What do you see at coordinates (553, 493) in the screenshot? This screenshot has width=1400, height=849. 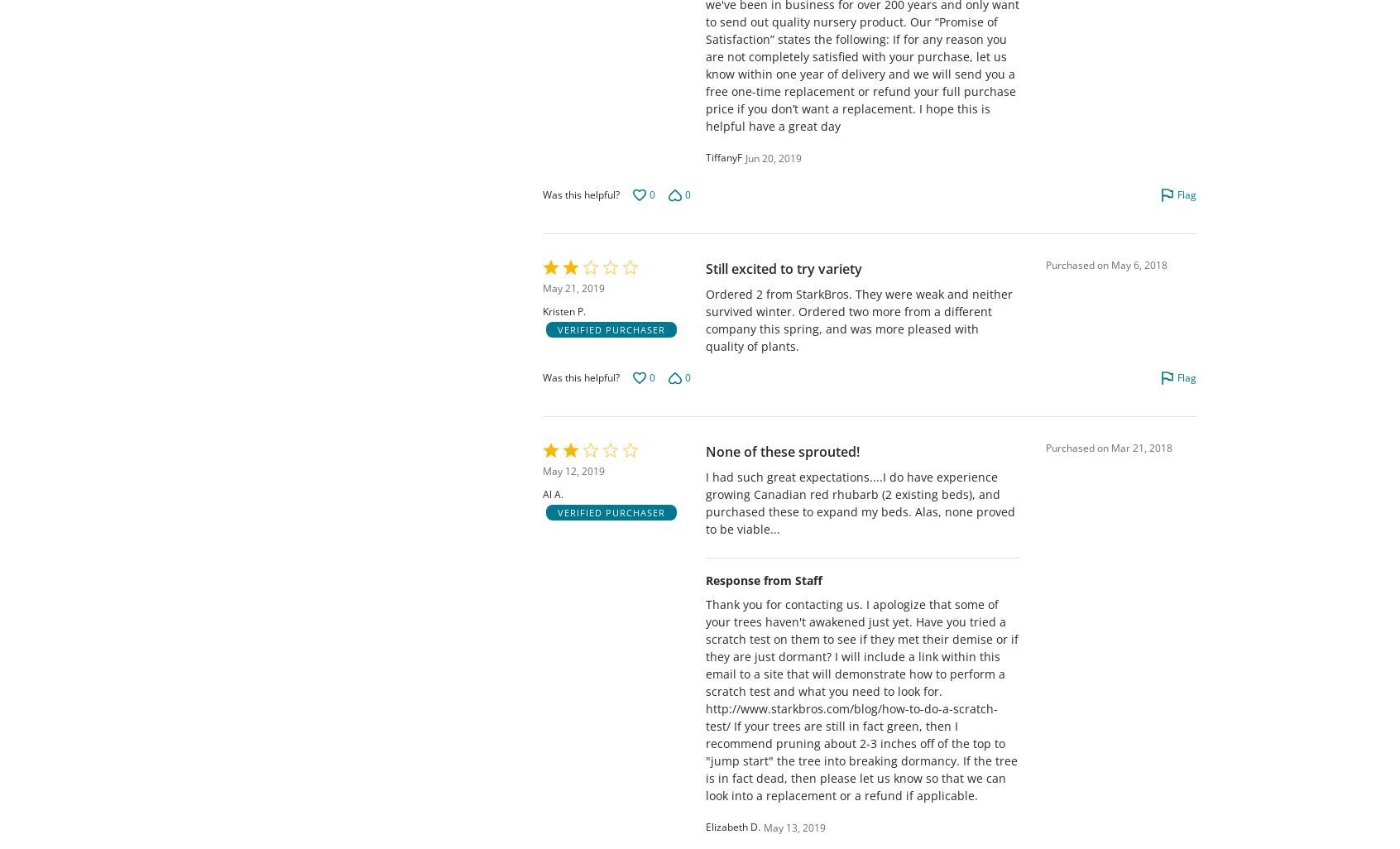 I see `'Al A.'` at bounding box center [553, 493].